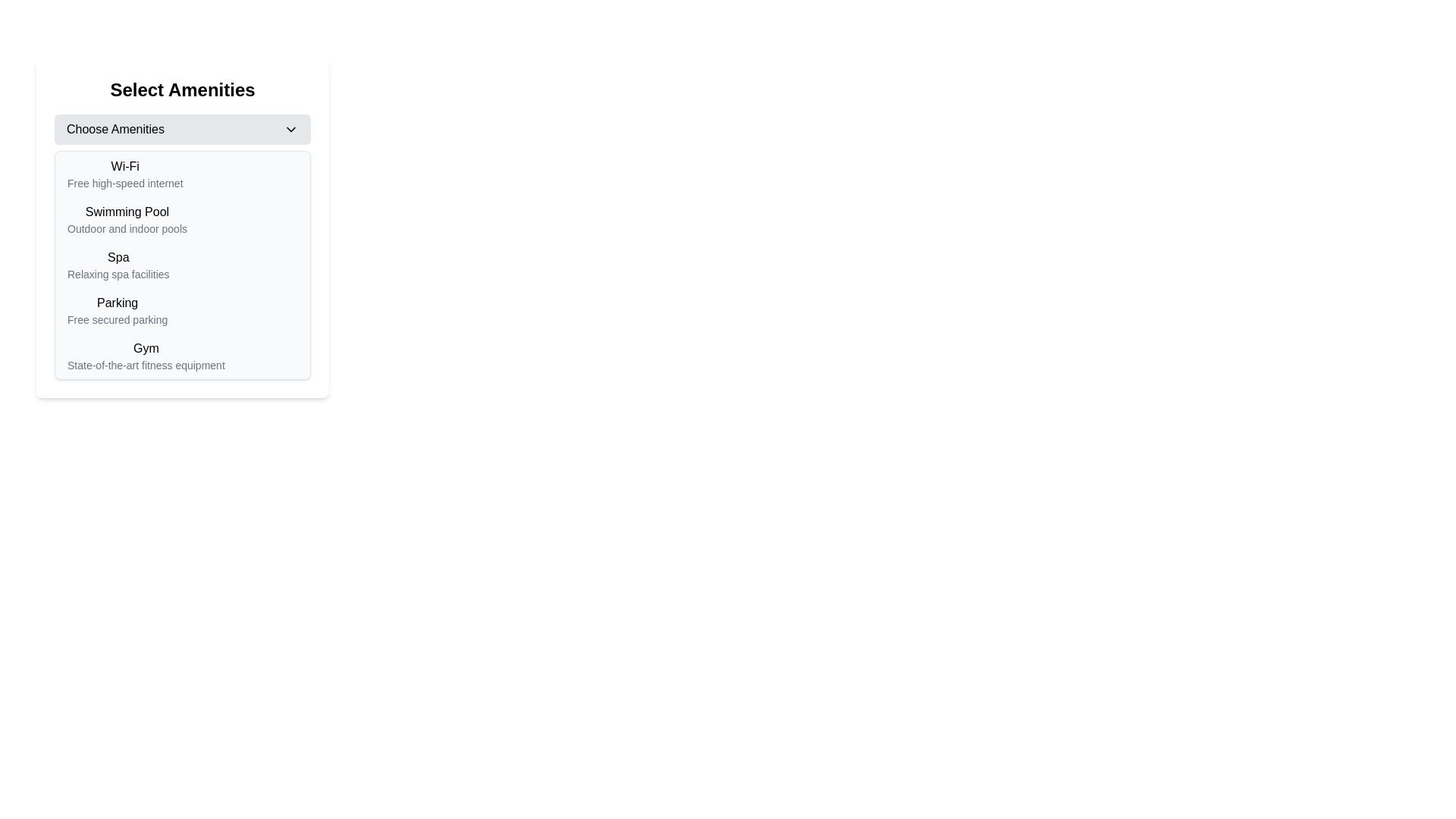 The height and width of the screenshot is (819, 1456). Describe the element at coordinates (146, 366) in the screenshot. I see `the 'State-of-the-art fitness equipment' text label to select or inquire about the amenity, which is styled as a secondary description below the 'Gym' label` at that location.